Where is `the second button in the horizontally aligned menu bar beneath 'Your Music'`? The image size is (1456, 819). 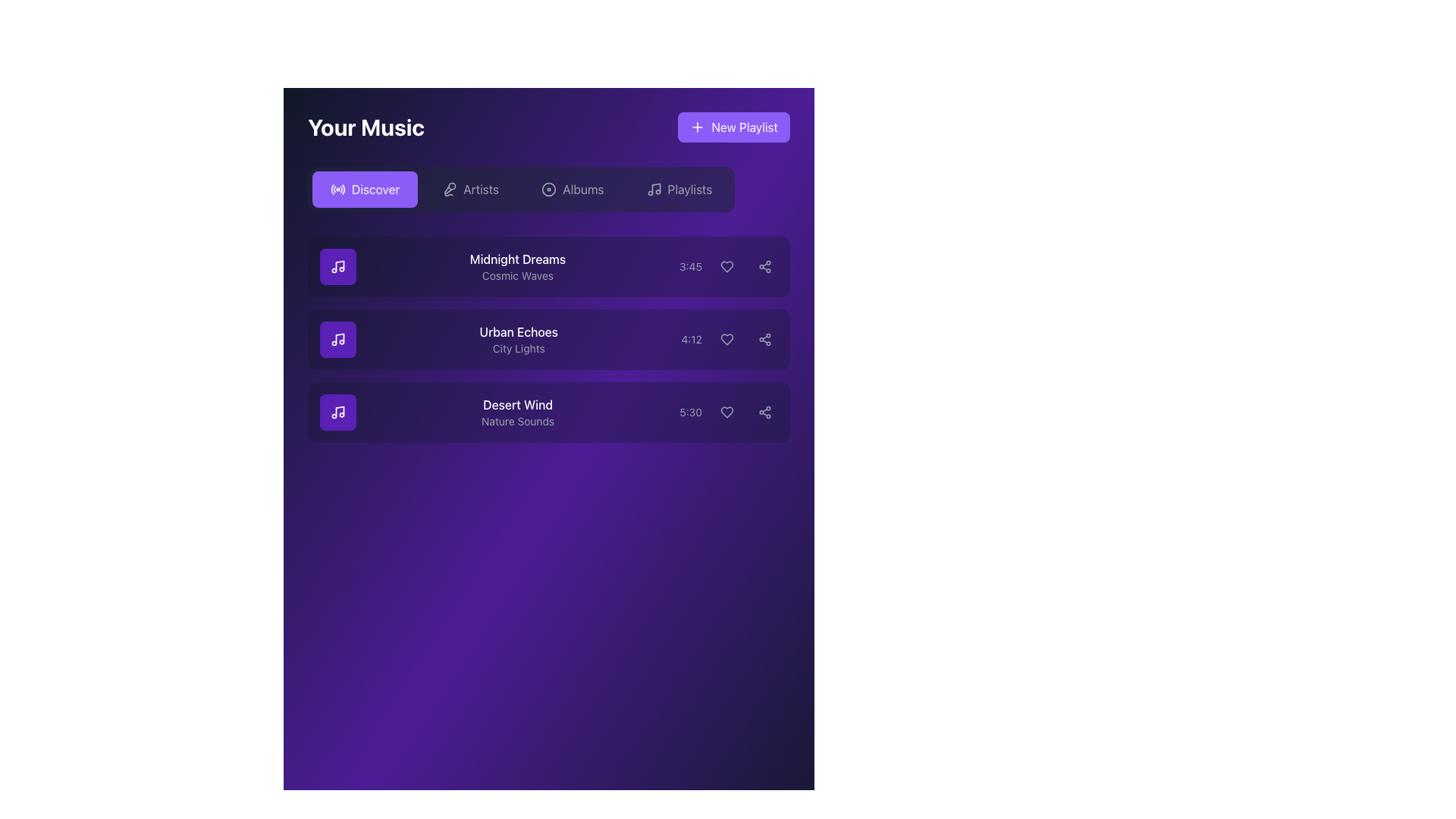
the second button in the horizontally aligned menu bar beneath 'Your Music' is located at coordinates (469, 189).